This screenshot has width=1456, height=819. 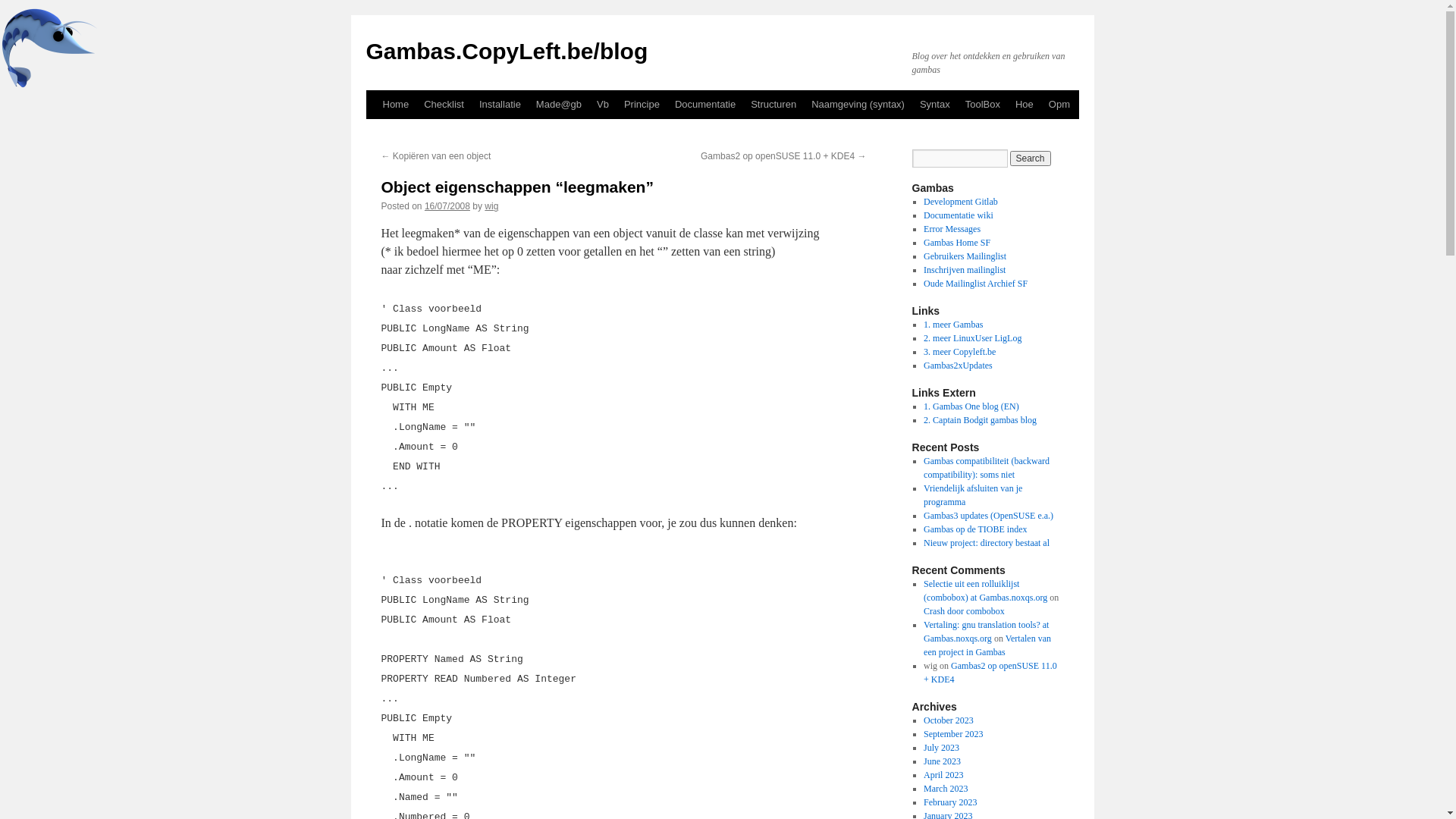 I want to click on 'Search', so click(x=1009, y=158).